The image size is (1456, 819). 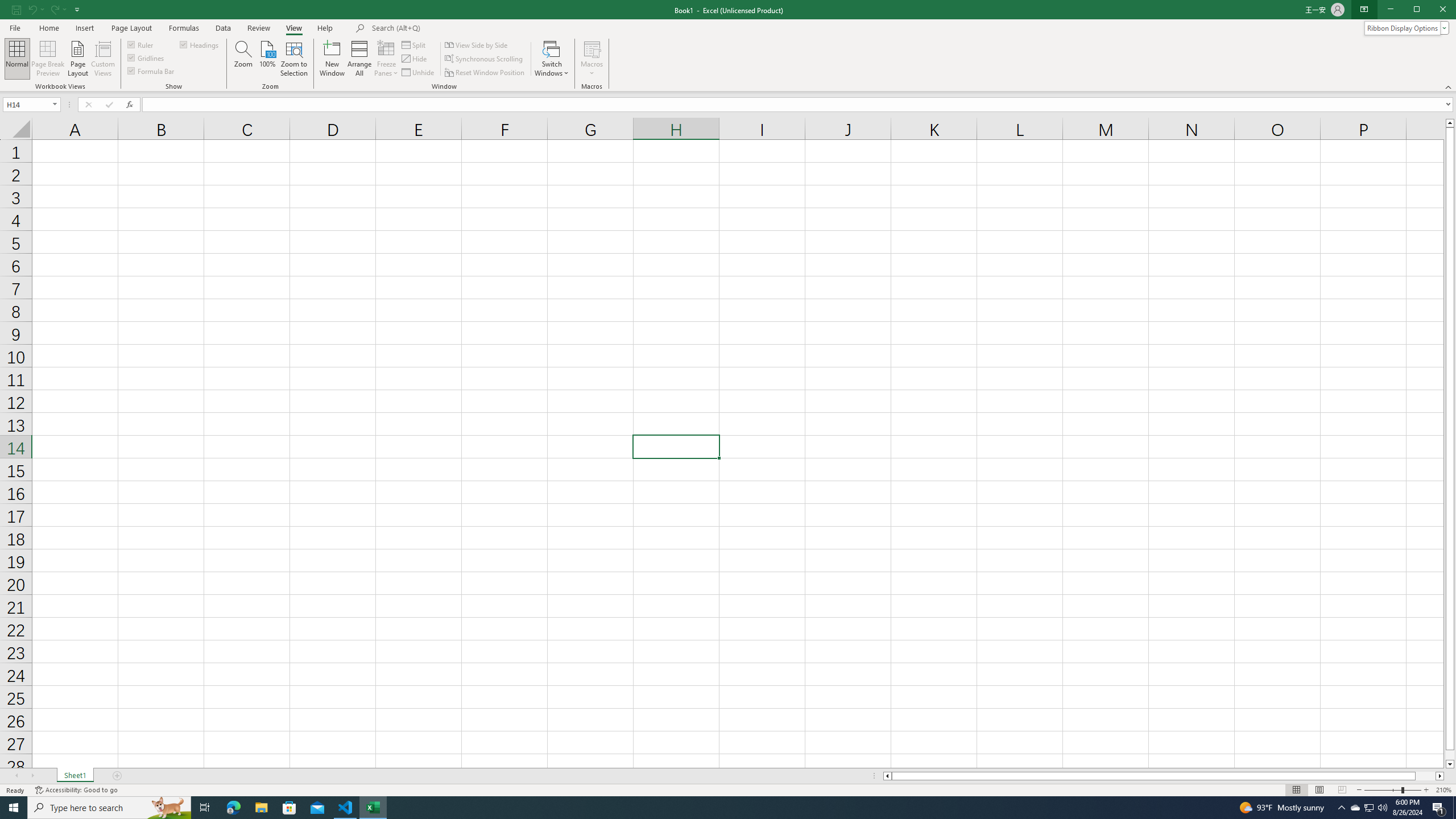 What do you see at coordinates (102, 59) in the screenshot?
I see `'Custom Views...'` at bounding box center [102, 59].